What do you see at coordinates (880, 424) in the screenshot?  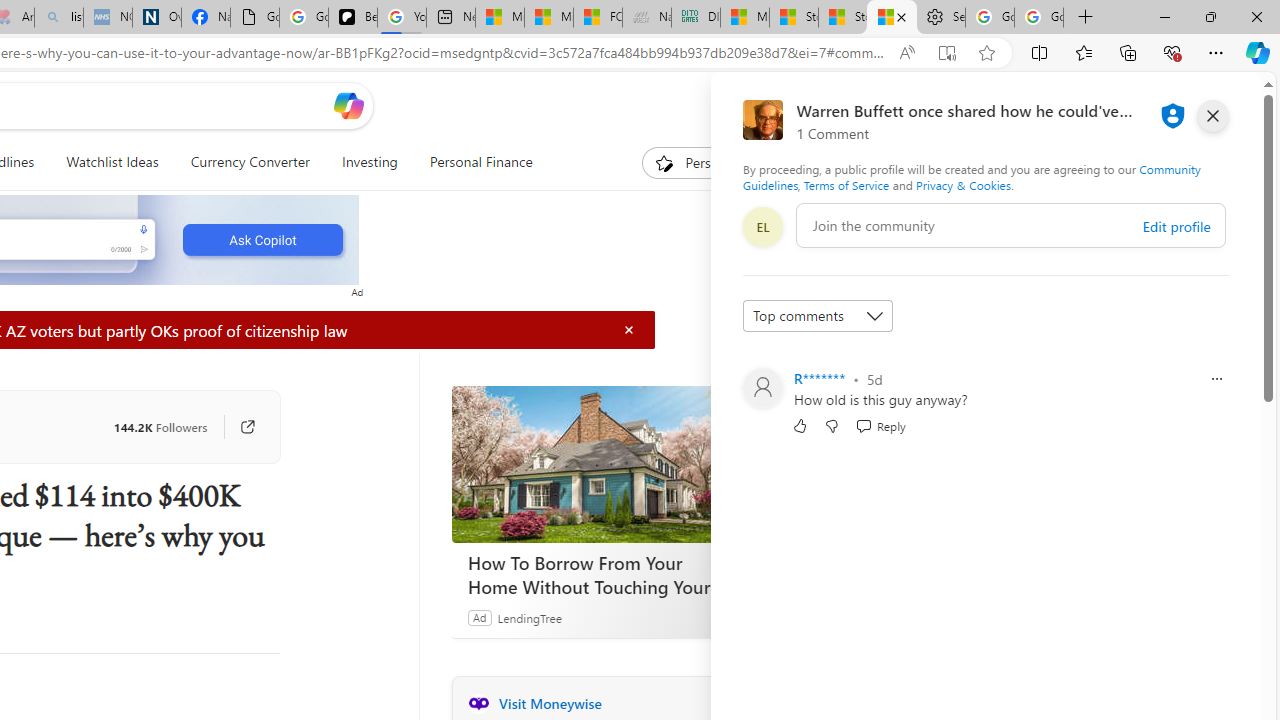 I see `'Reply Reply Comment'` at bounding box center [880, 424].